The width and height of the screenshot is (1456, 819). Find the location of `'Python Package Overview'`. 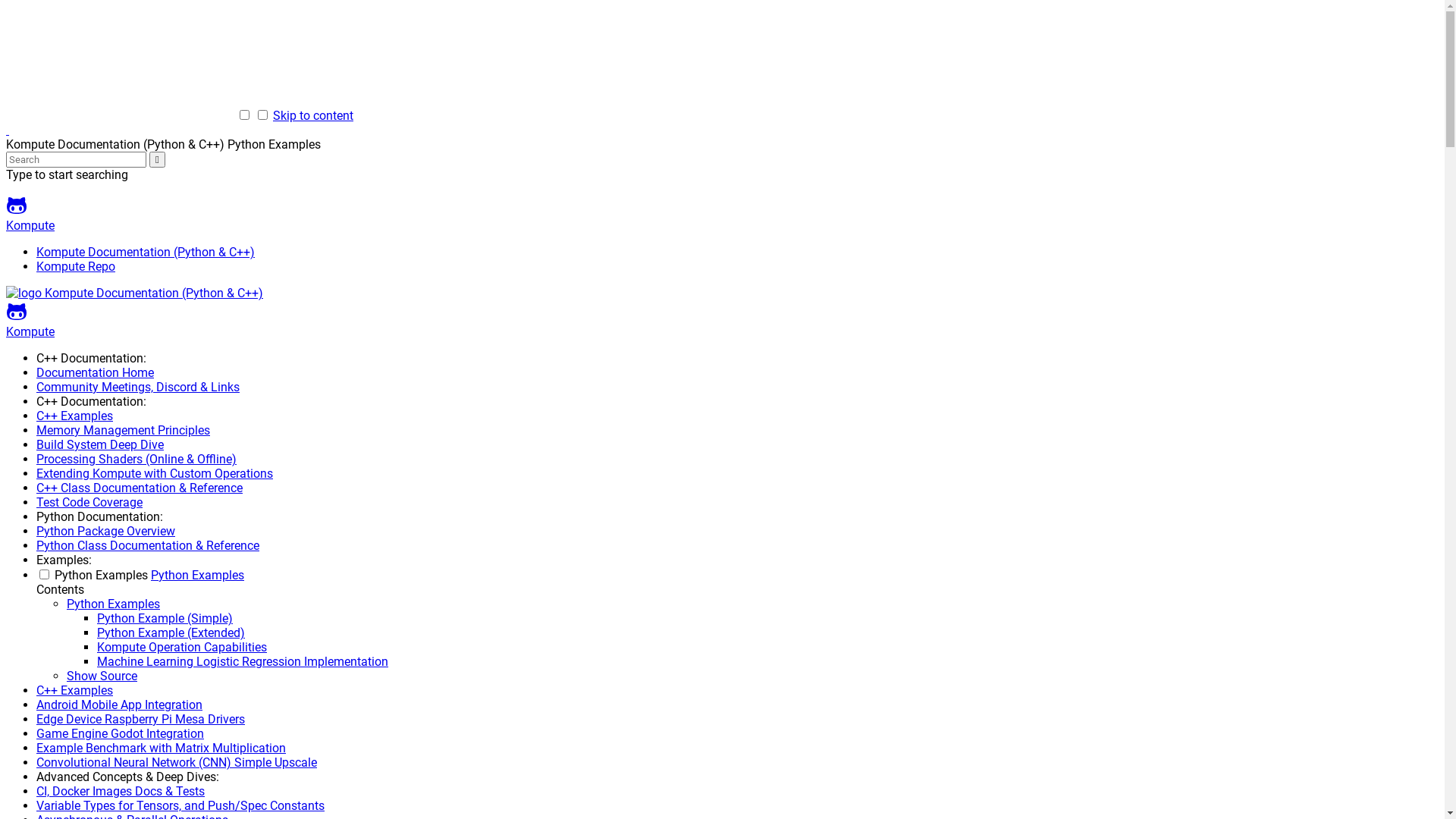

'Python Package Overview' is located at coordinates (36, 530).